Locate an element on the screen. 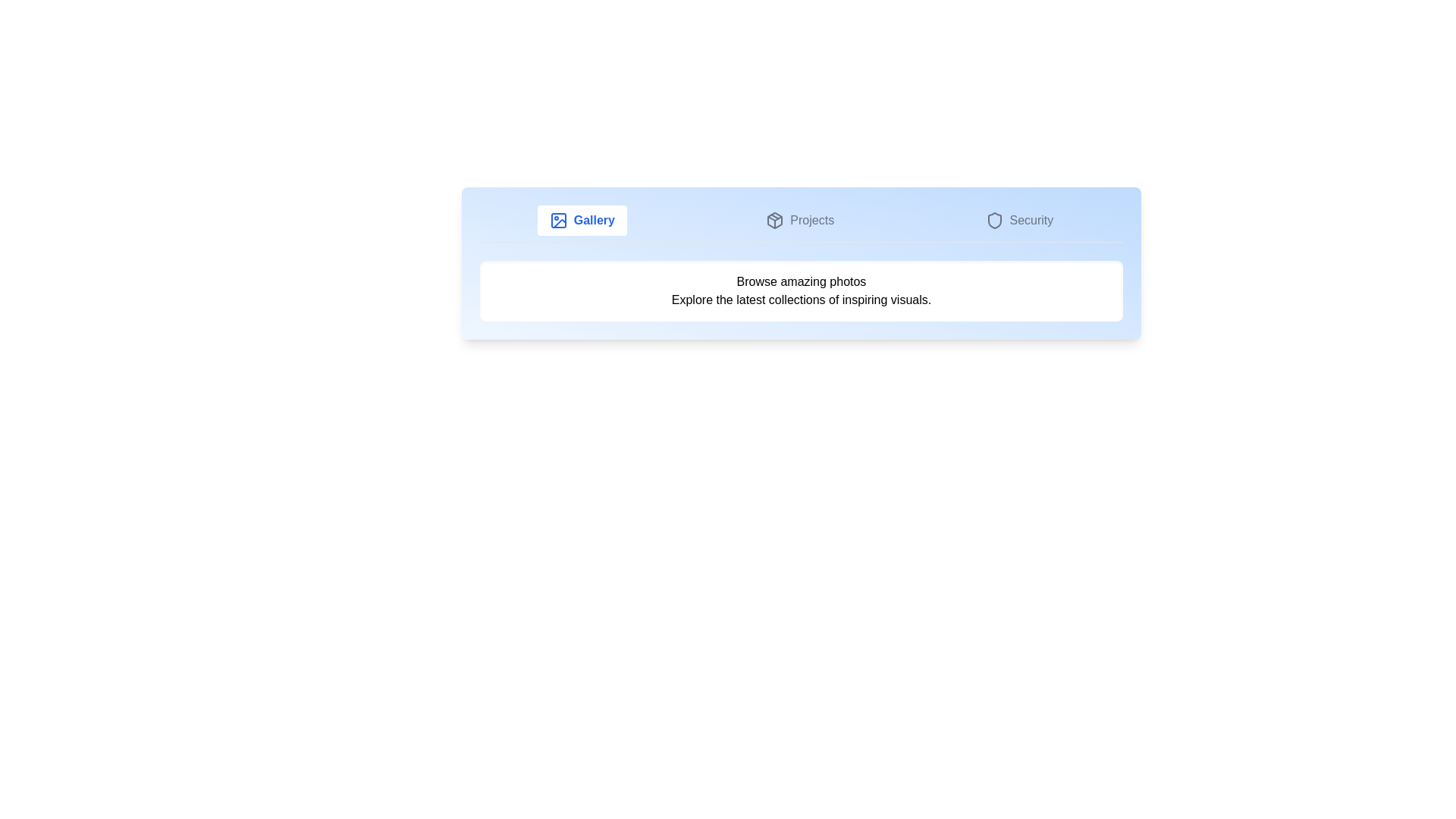 The height and width of the screenshot is (819, 1456). the icon associated with the Gallery tab is located at coordinates (557, 220).